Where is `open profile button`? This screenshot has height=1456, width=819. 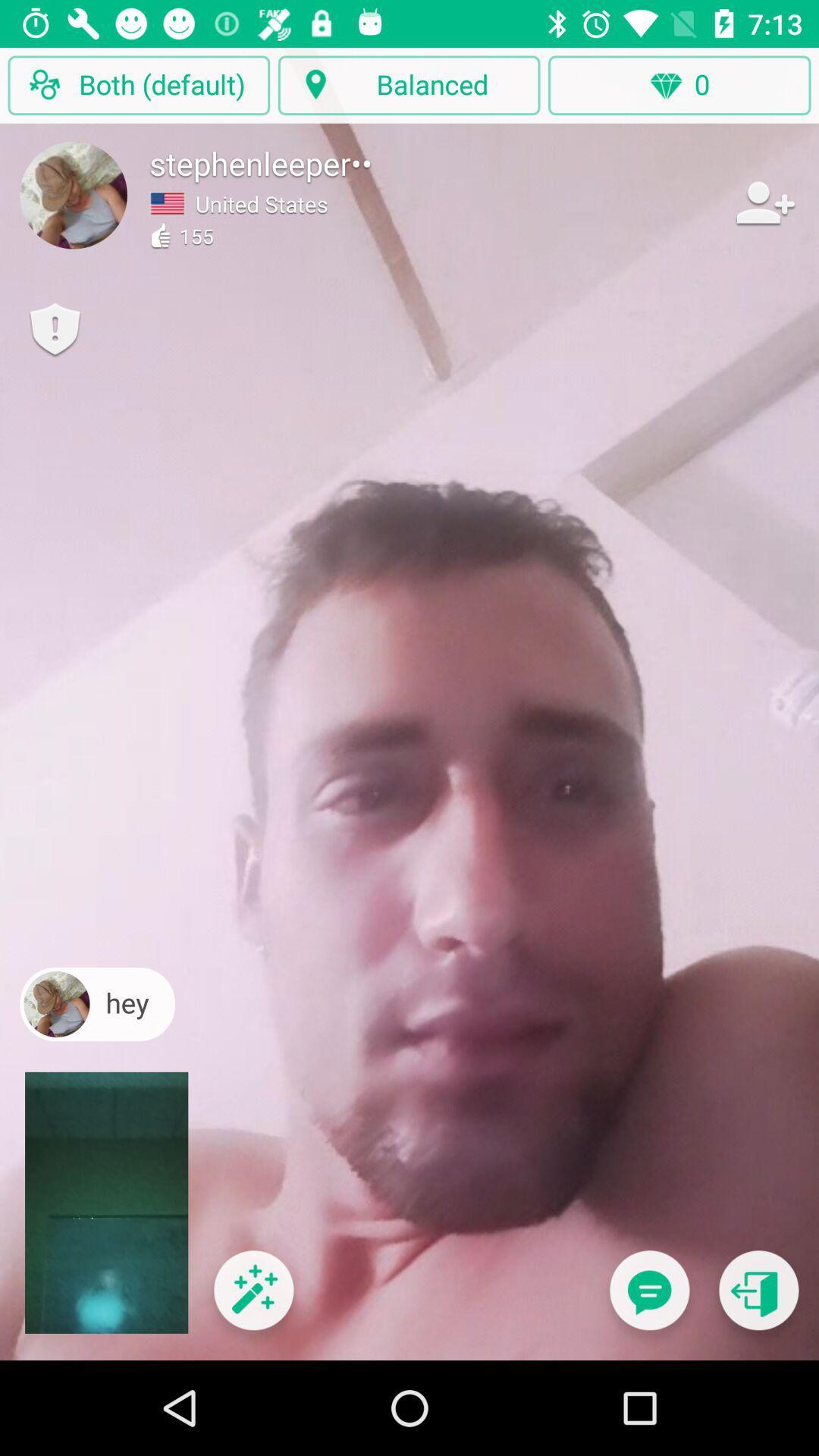 open profile button is located at coordinates (74, 194).